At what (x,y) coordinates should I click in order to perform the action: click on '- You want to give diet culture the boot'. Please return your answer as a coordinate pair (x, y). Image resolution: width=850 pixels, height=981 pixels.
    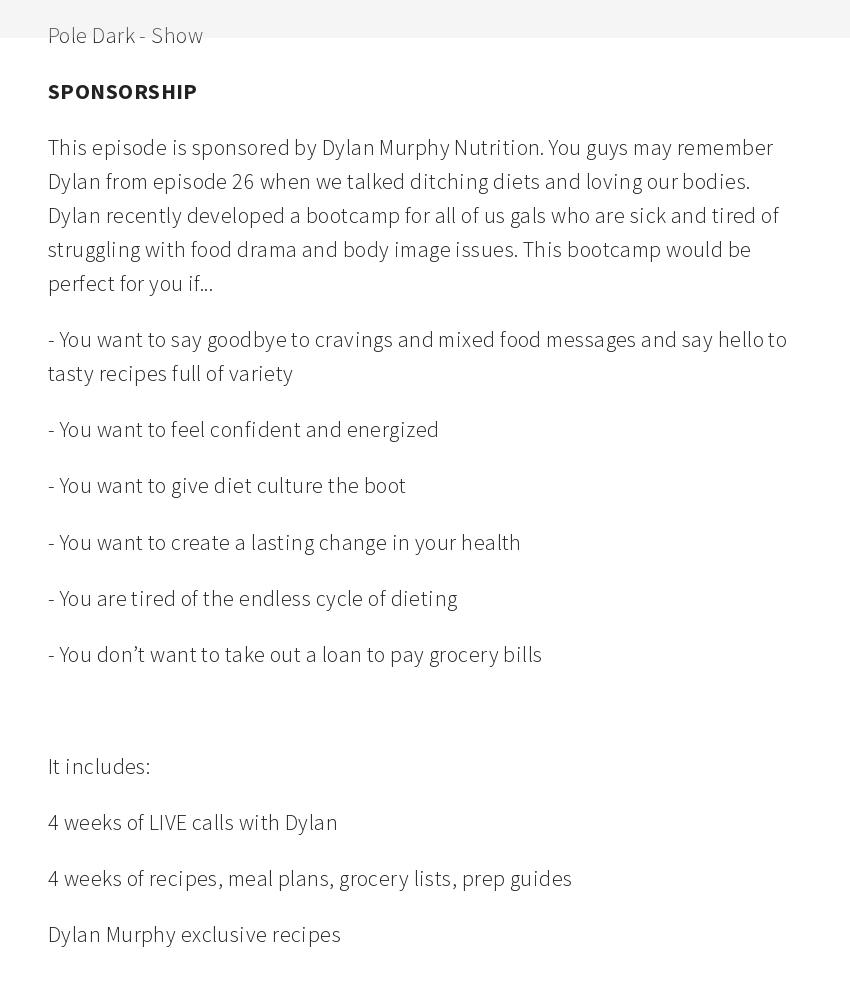
    Looking at the image, I should click on (48, 484).